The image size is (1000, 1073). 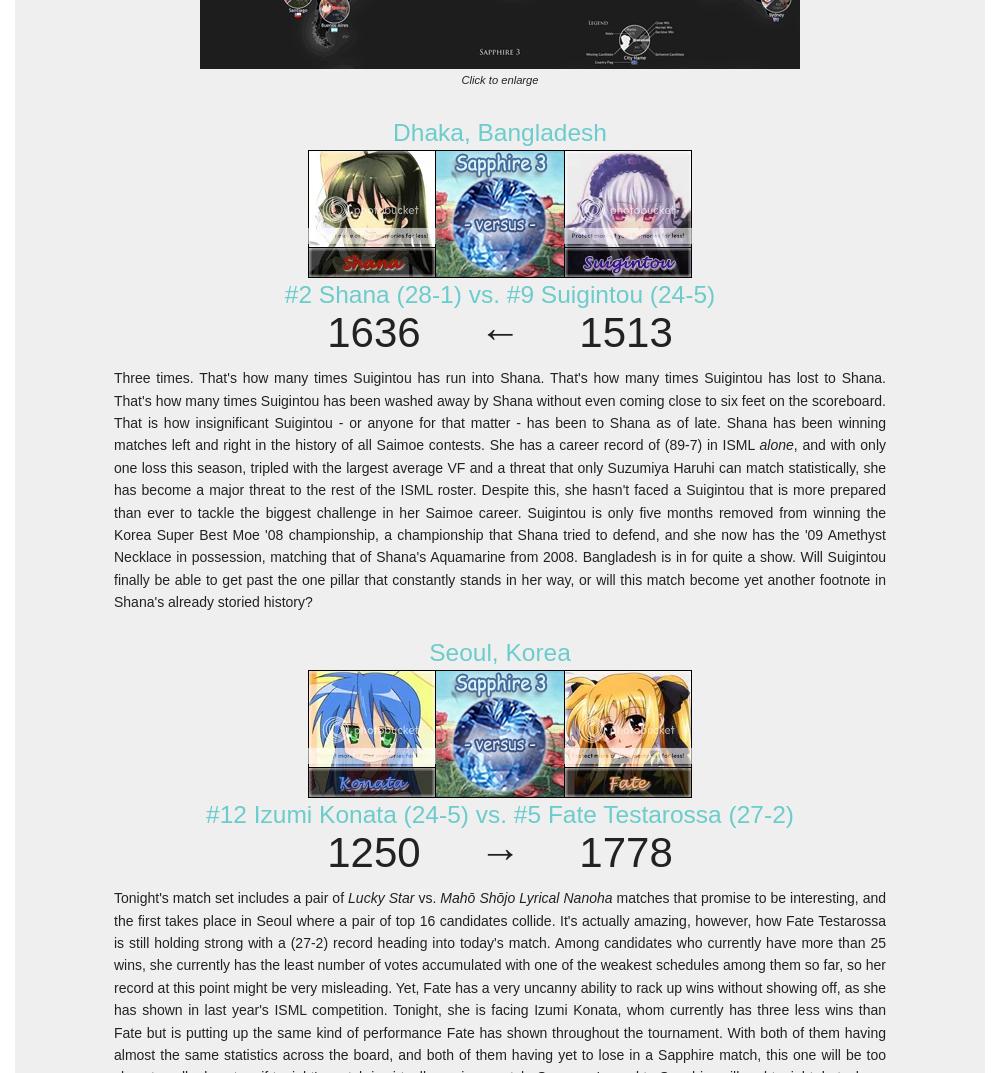 I want to click on 'Click to enlarge', so click(x=498, y=80).